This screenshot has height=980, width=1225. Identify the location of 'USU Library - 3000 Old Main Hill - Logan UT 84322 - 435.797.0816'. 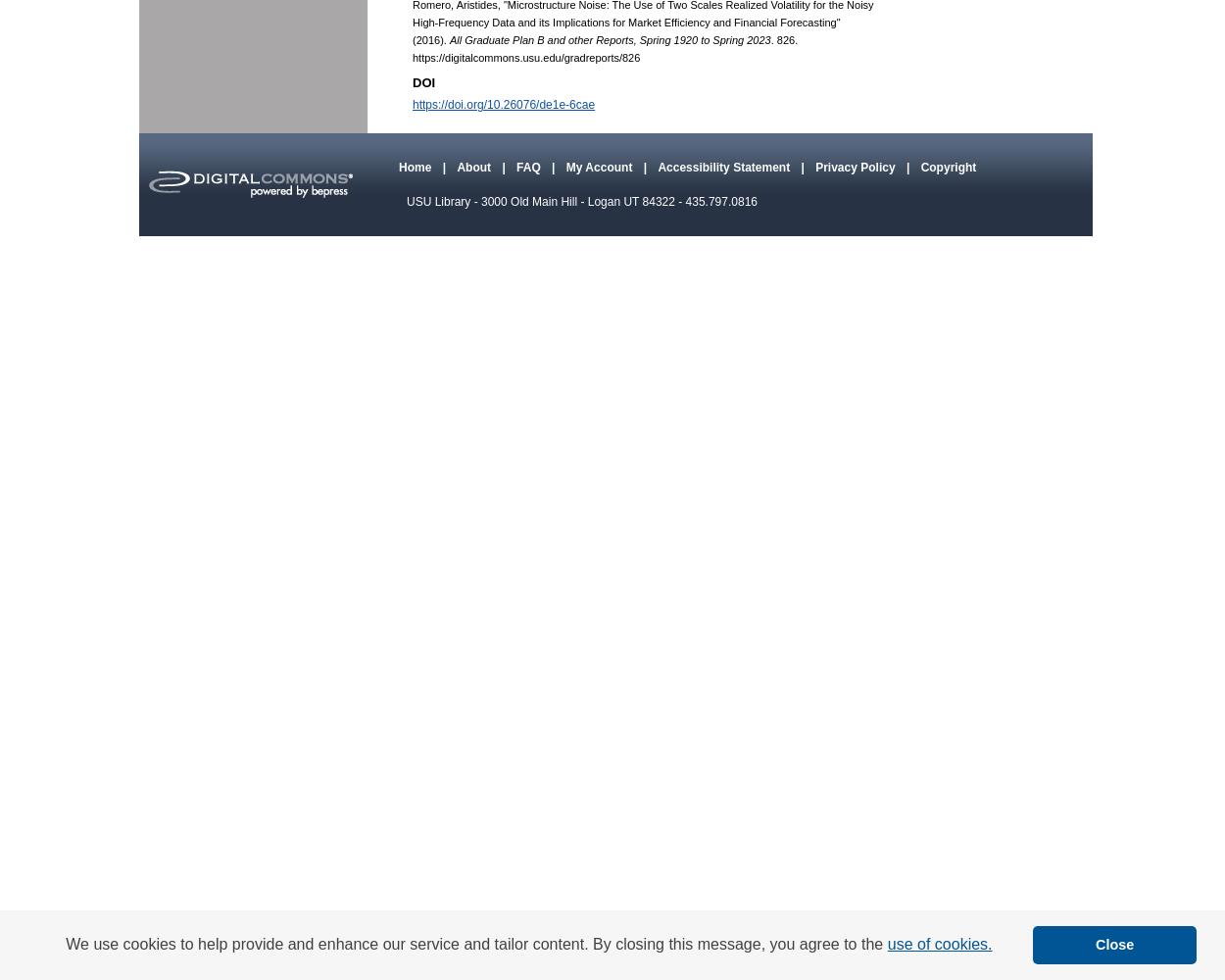
(580, 201).